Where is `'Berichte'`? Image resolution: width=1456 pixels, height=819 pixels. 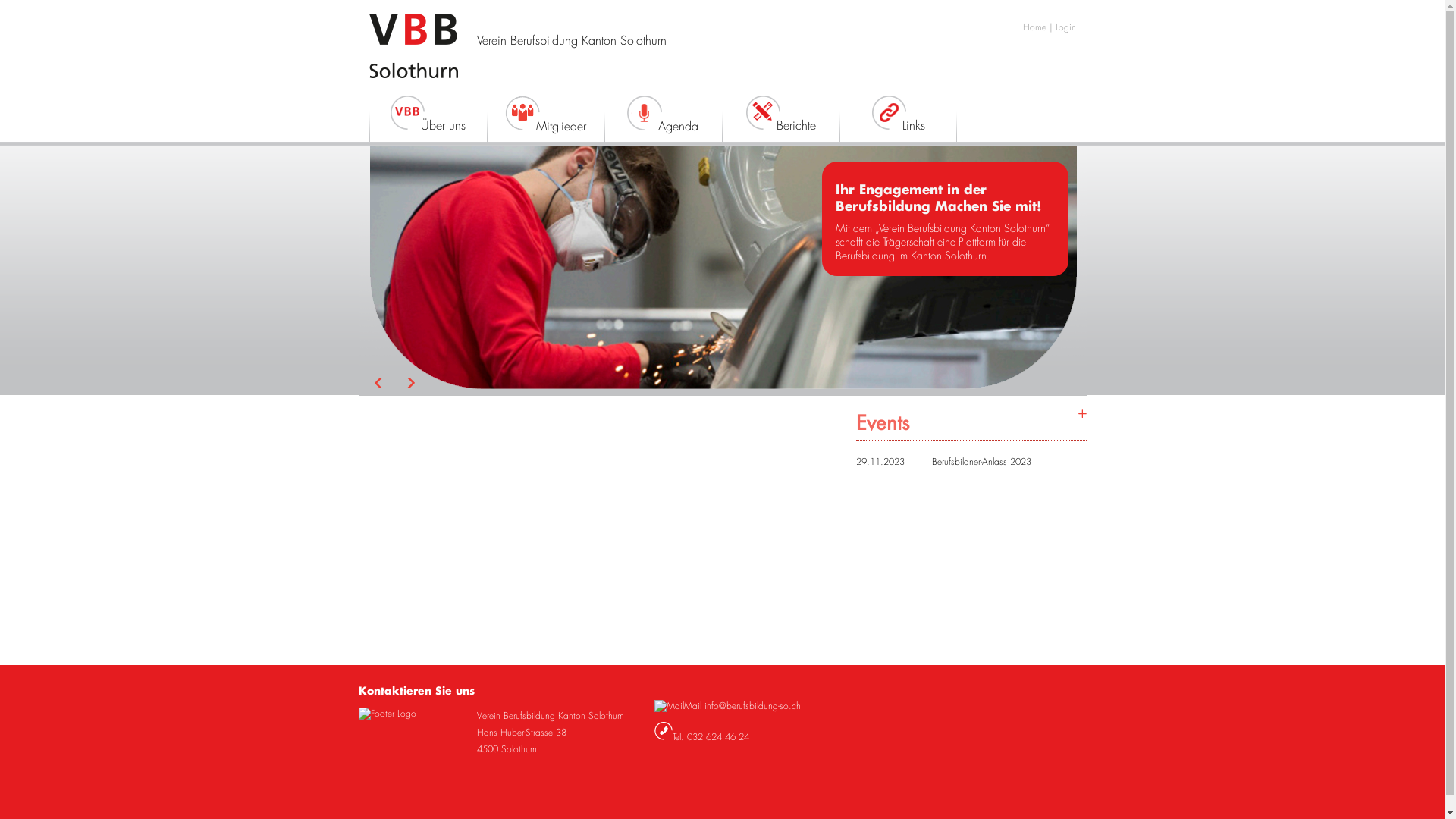 'Berichte' is located at coordinates (761, 111).